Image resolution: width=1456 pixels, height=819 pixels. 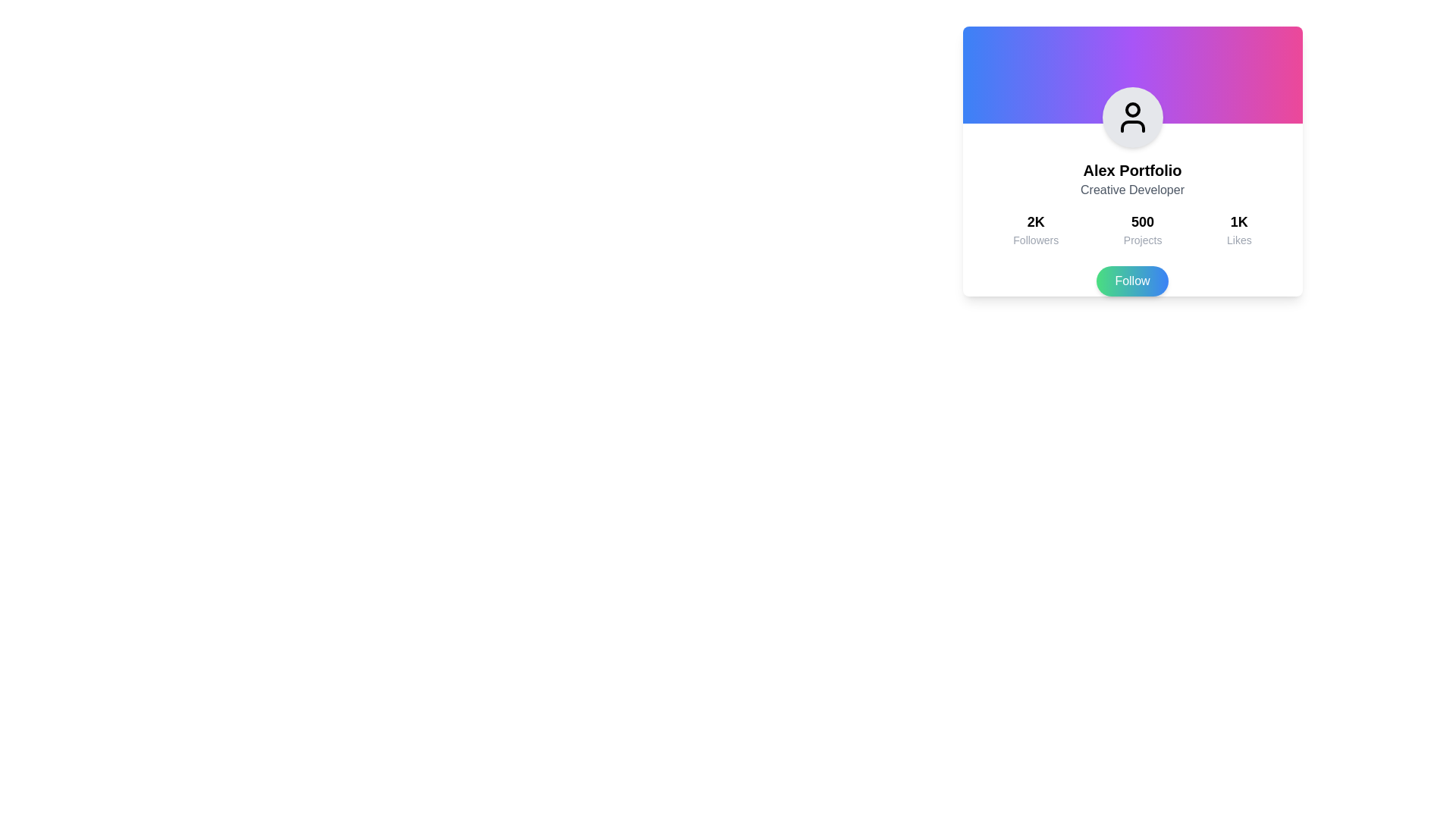 What do you see at coordinates (1143, 230) in the screenshot?
I see `the Text display element that shows the bold numerical figure '500' and the label 'Projects', located in the middle section of the layout` at bounding box center [1143, 230].